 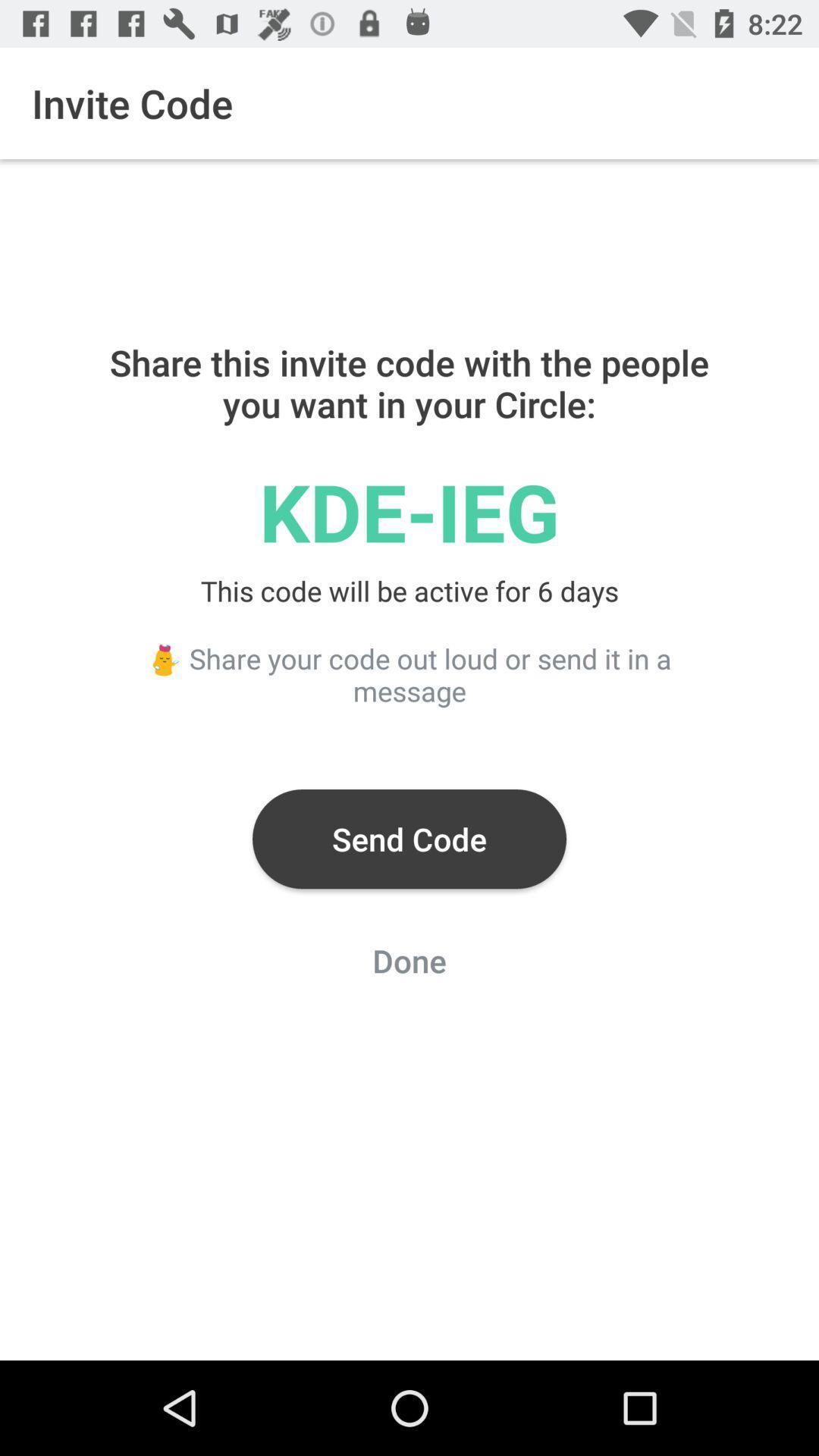 What do you see at coordinates (409, 965) in the screenshot?
I see `done item` at bounding box center [409, 965].